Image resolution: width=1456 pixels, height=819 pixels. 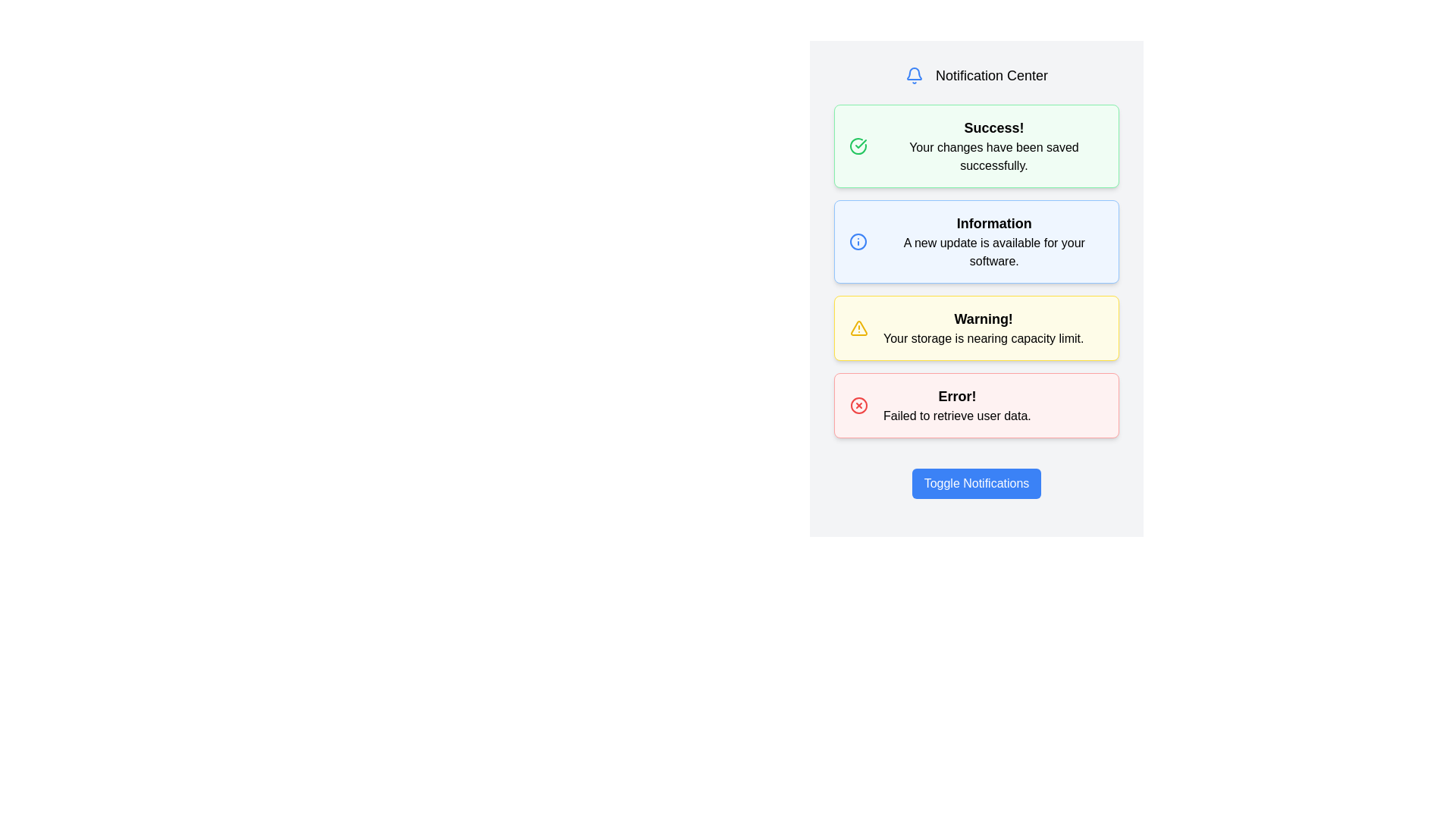 What do you see at coordinates (976, 483) in the screenshot?
I see `the rectangular button with a blue background and the text 'Toggle Notifications'` at bounding box center [976, 483].